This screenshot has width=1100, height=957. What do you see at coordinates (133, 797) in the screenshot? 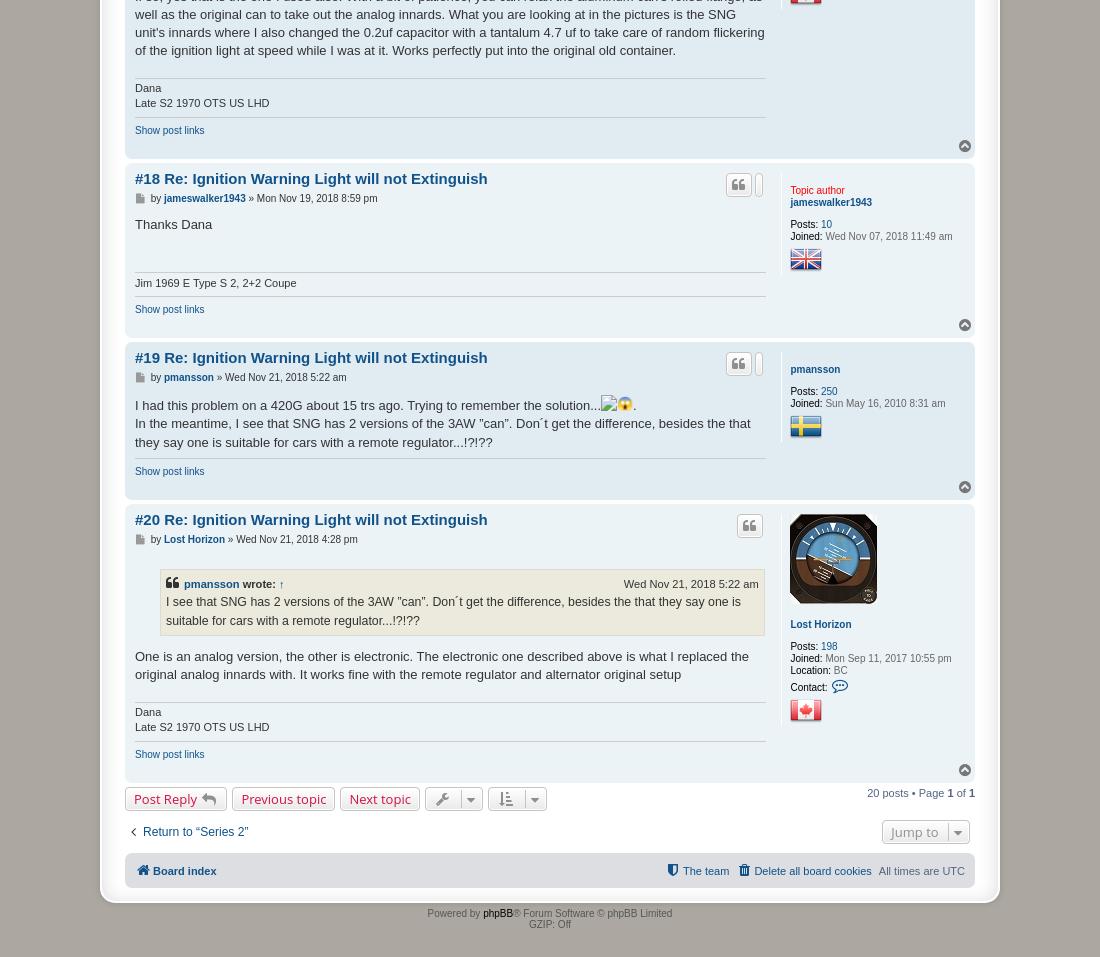
I see `'Post Reply'` at bounding box center [133, 797].